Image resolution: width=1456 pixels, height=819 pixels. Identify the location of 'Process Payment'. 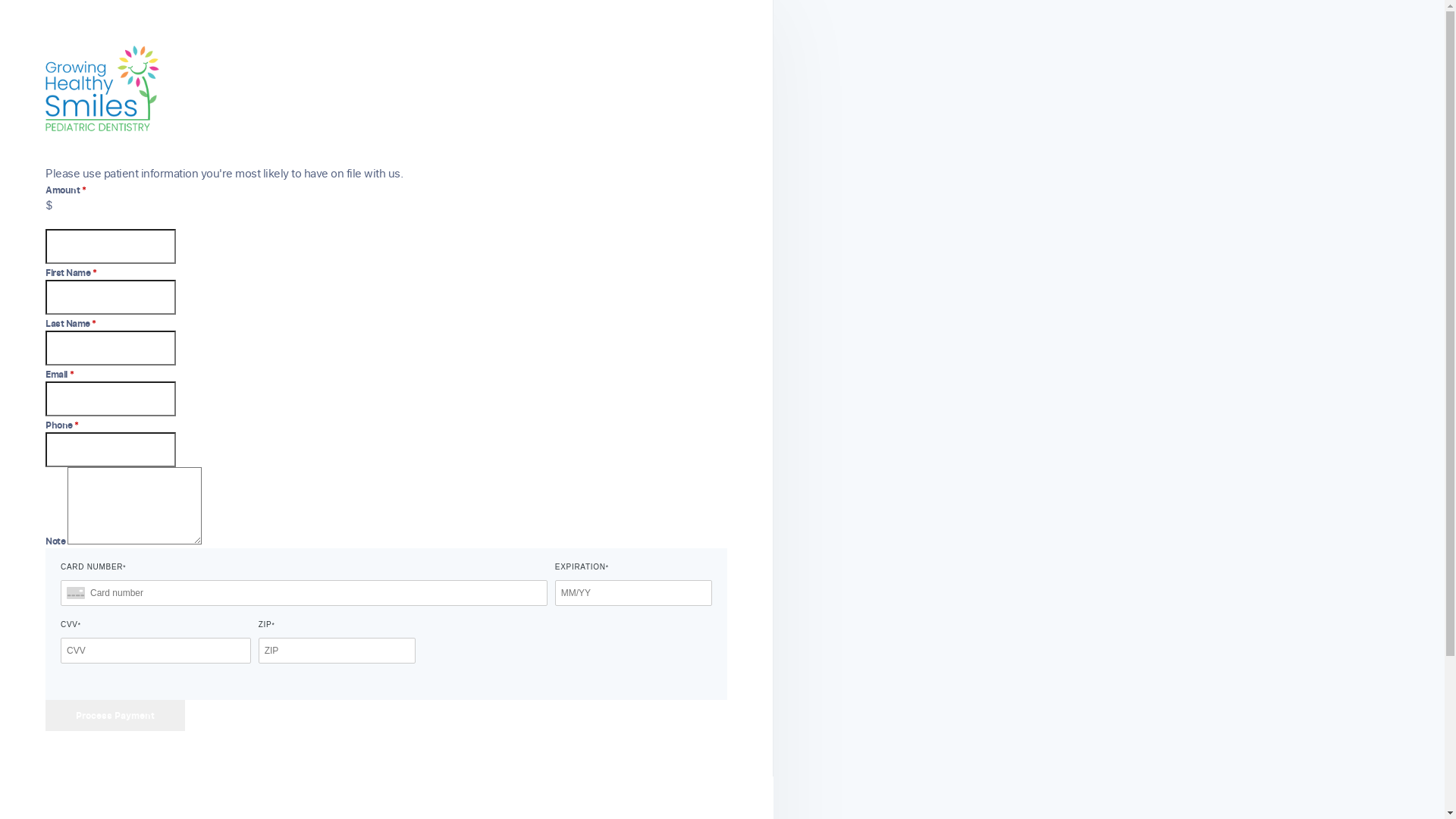
(115, 714).